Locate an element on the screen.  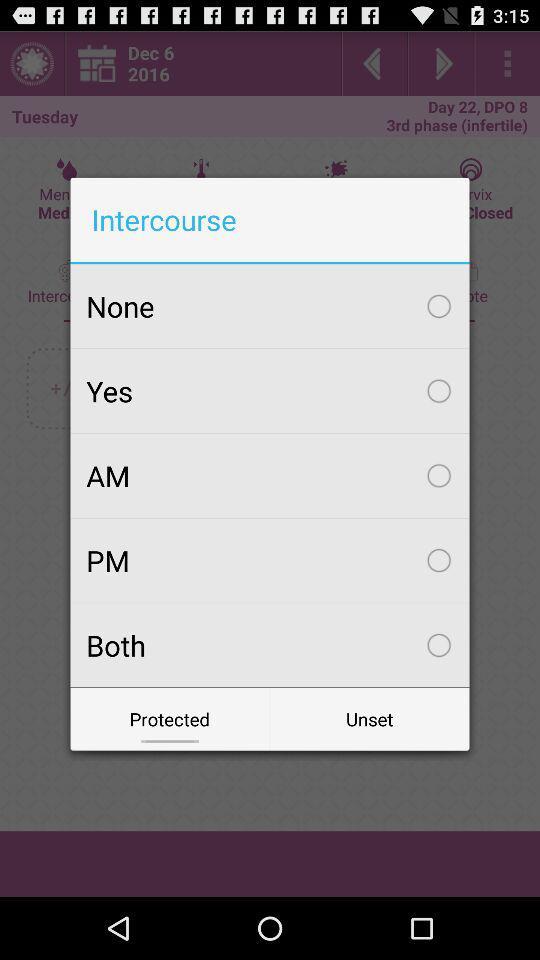
the icon above both icon is located at coordinates (270, 560).